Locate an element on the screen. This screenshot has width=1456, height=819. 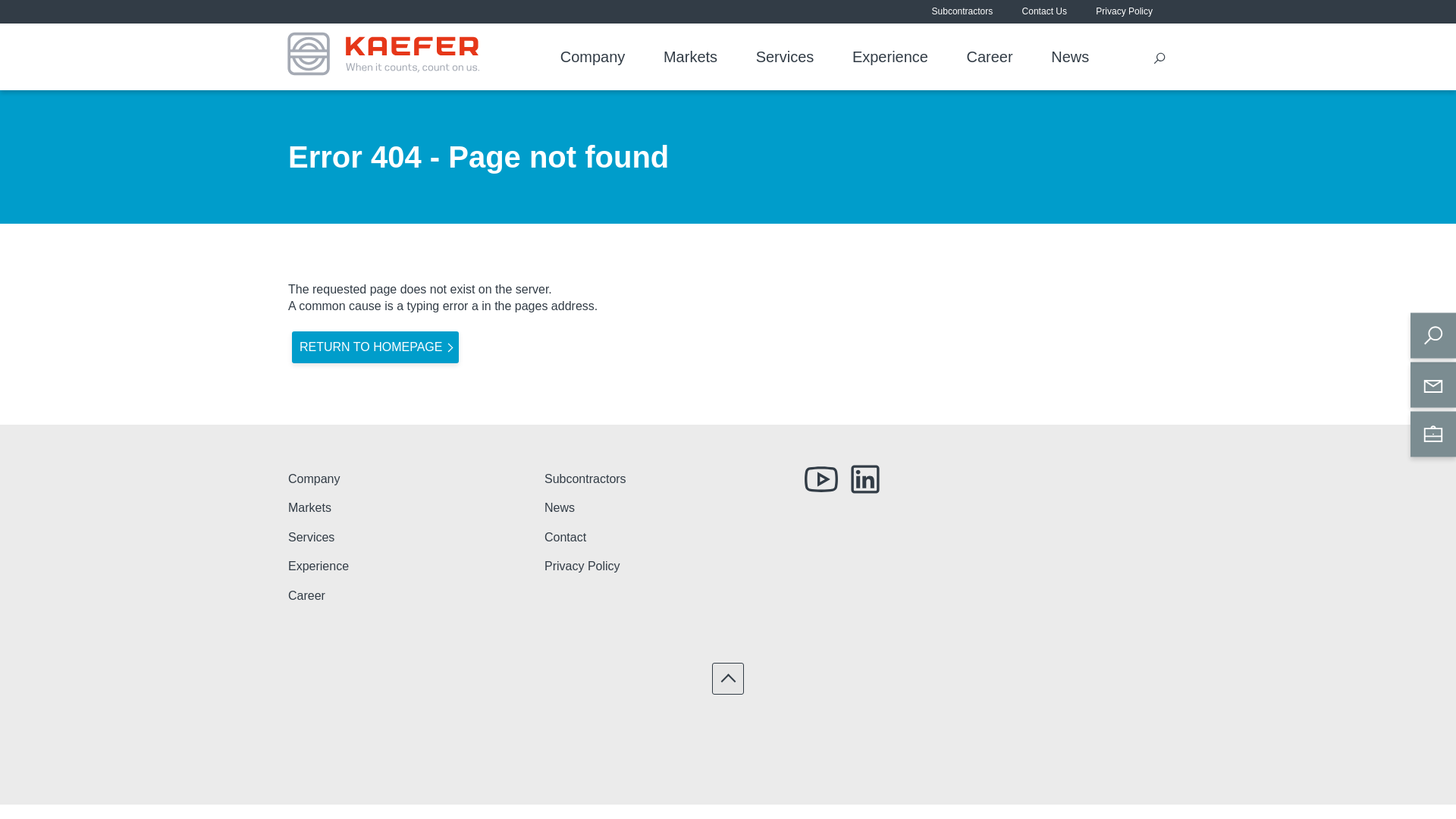
'Privacy Policy' is located at coordinates (1124, 11).